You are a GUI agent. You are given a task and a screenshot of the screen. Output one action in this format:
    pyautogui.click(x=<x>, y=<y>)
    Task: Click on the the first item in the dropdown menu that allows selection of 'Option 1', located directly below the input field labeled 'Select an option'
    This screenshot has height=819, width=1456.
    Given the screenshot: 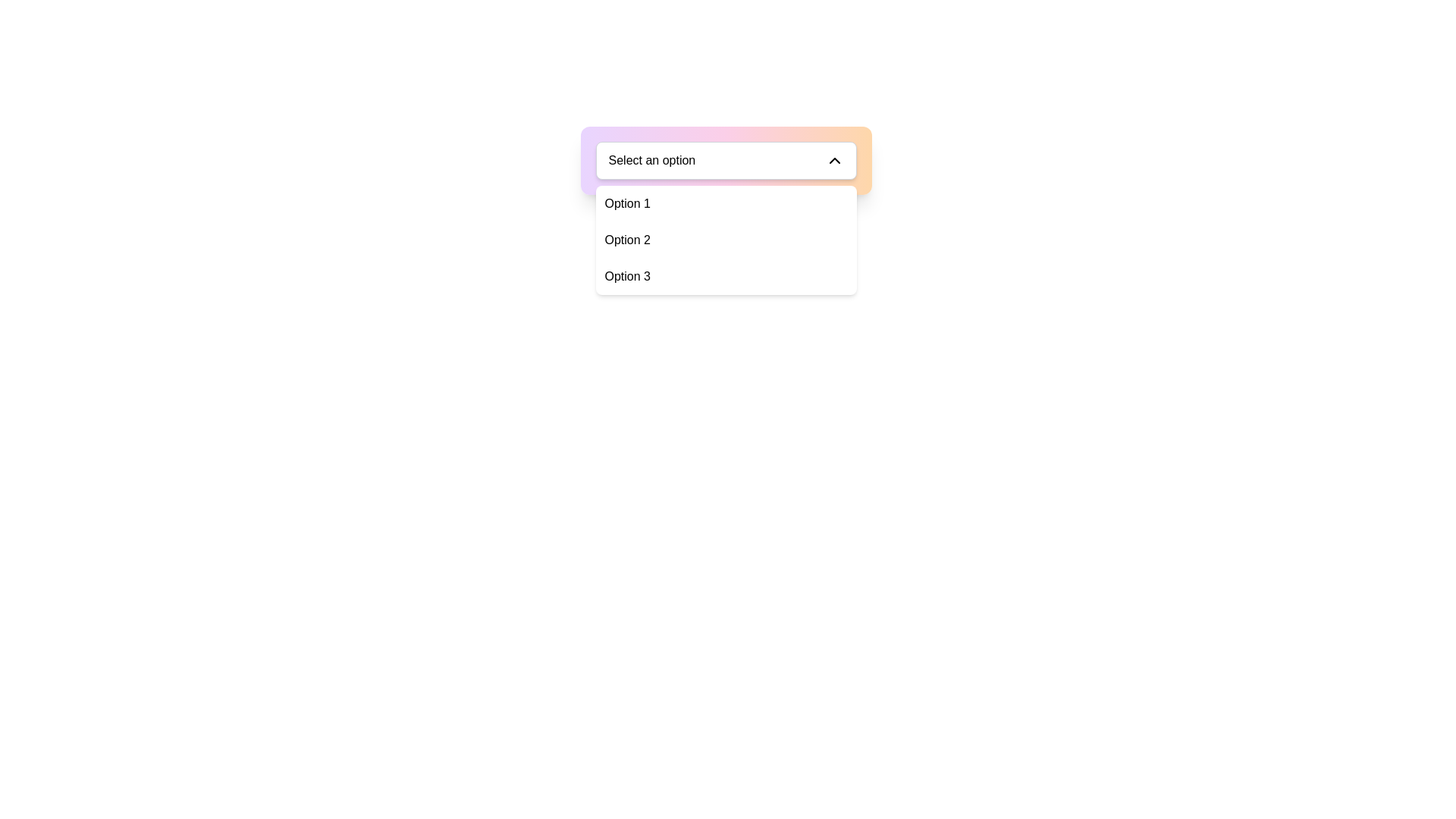 What is the action you would take?
    pyautogui.click(x=627, y=203)
    